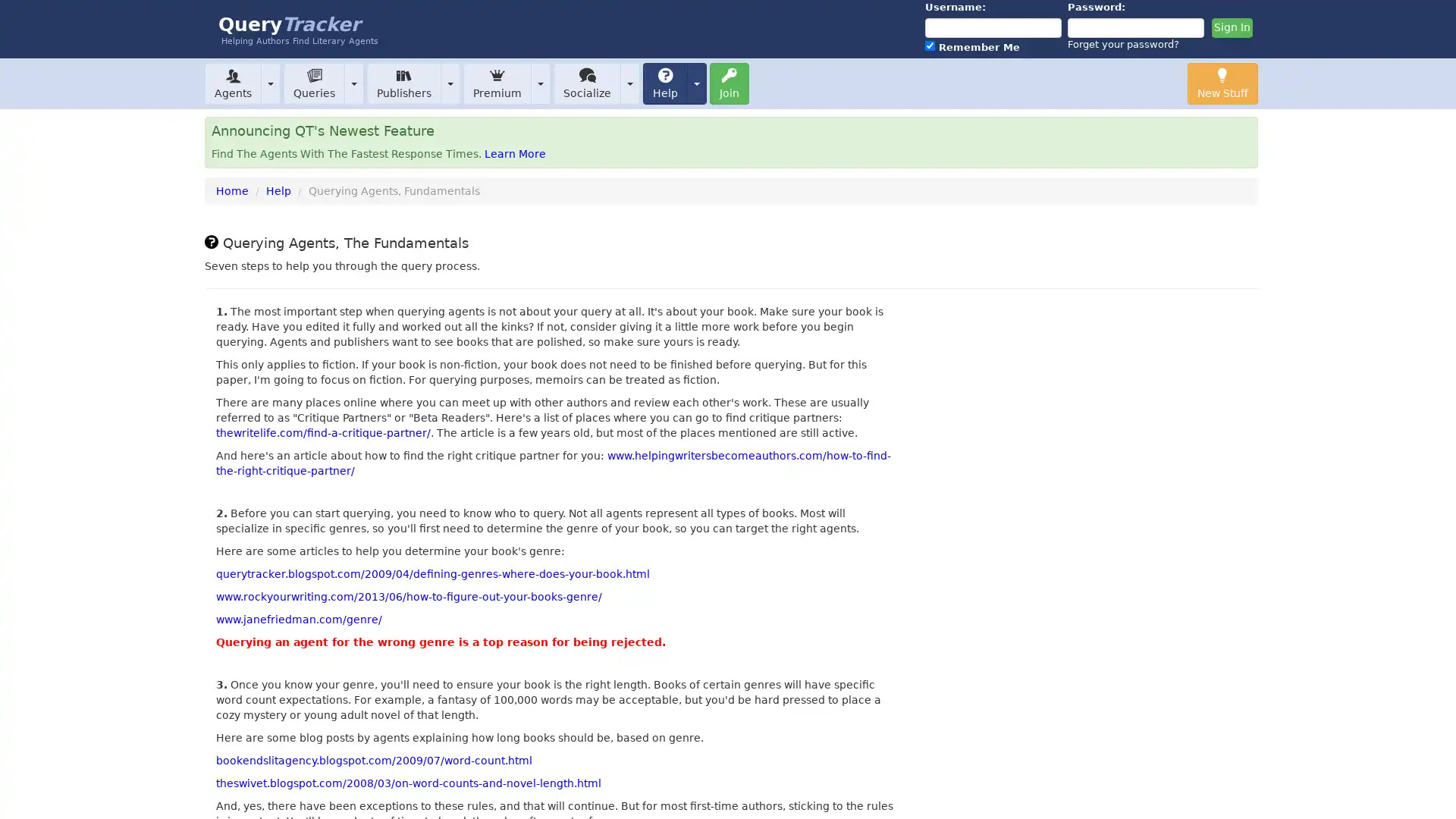  I want to click on Toggle Dropdown, so click(270, 83).